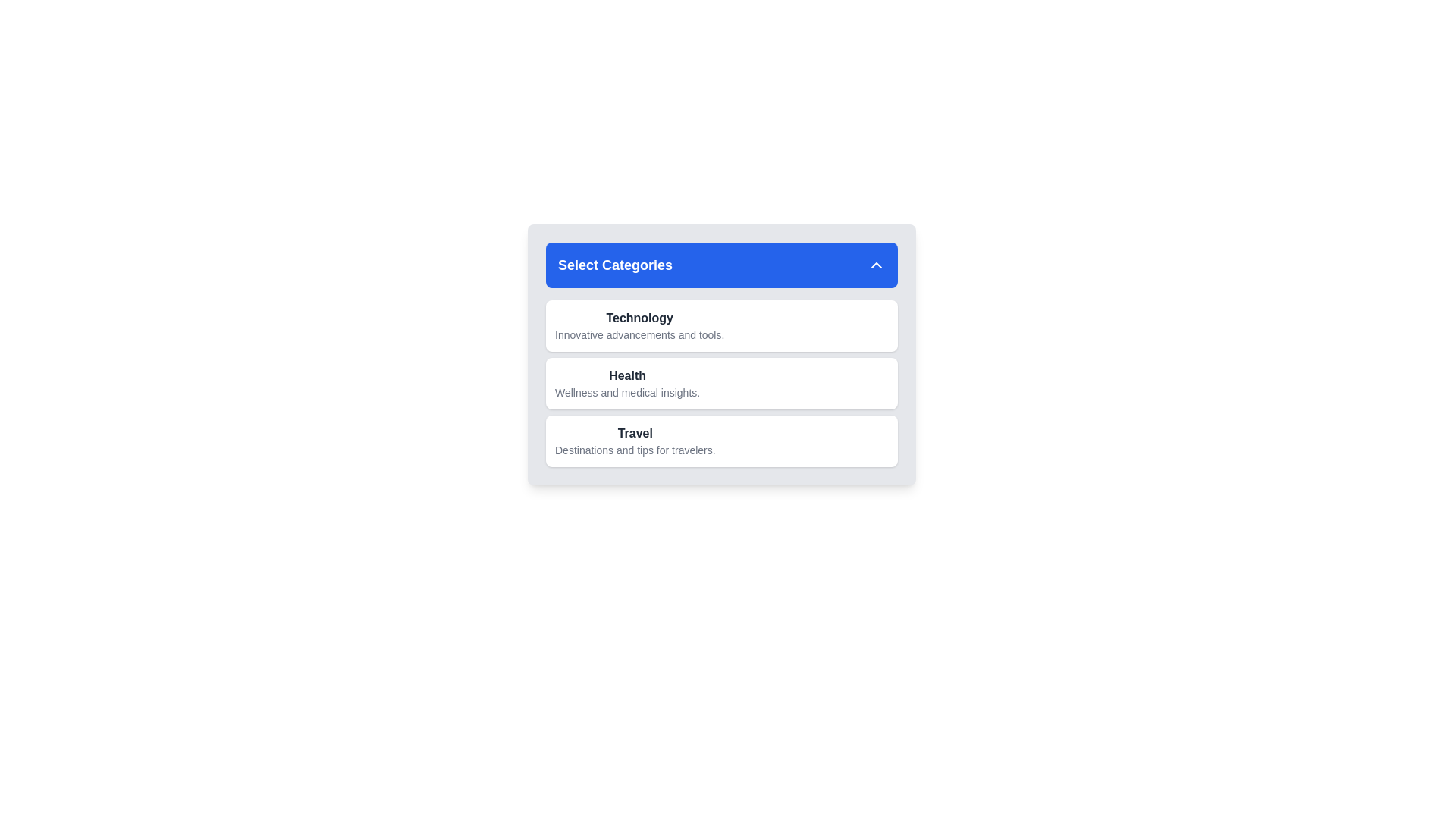 This screenshot has width=1456, height=819. Describe the element at coordinates (635, 433) in the screenshot. I see `the bold, dark gray text label 'Travel' which serves as a heading for associated content, located in the third section below 'Select Categories.'` at that location.